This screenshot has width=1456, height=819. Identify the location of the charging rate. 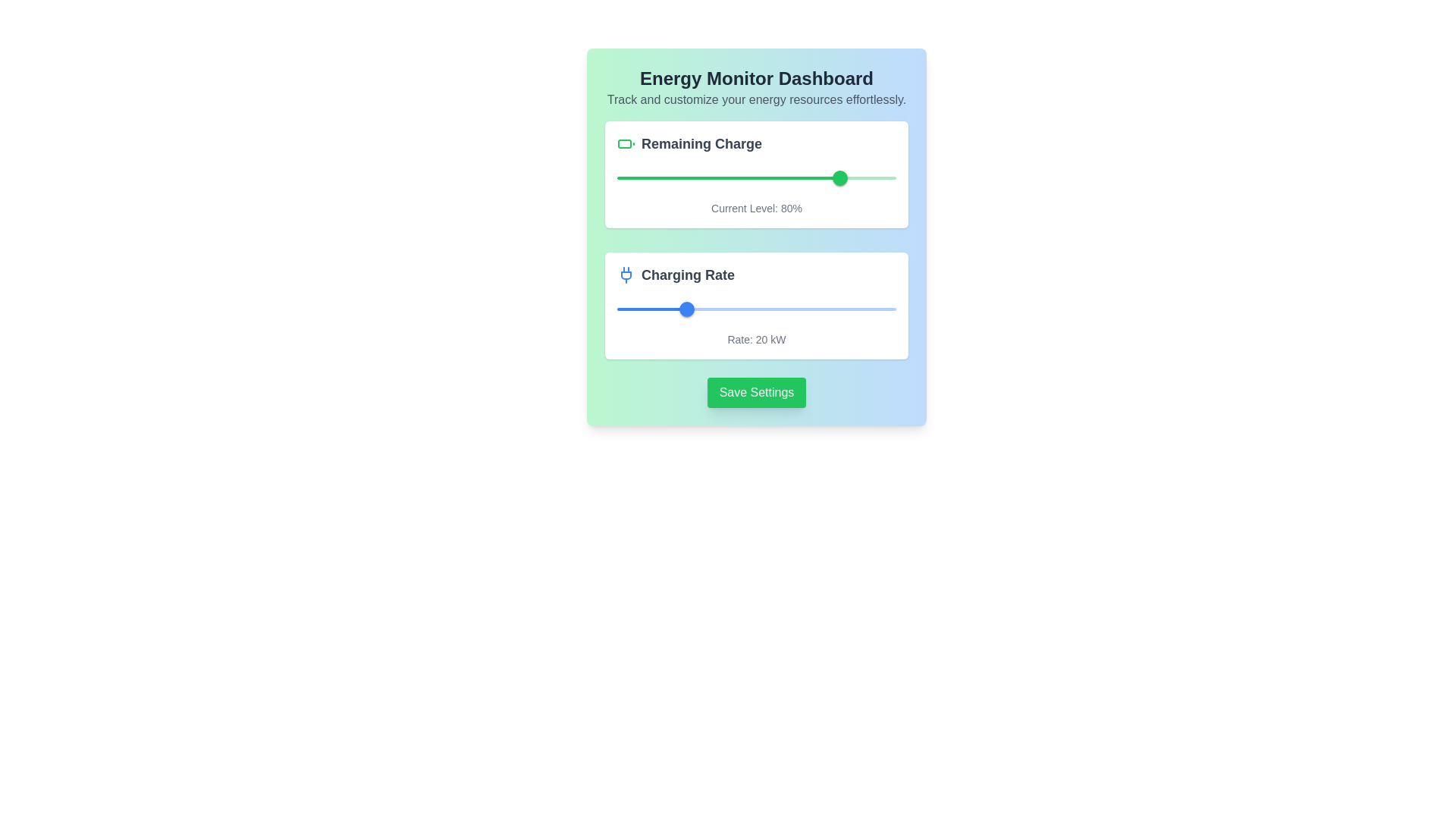
(815, 309).